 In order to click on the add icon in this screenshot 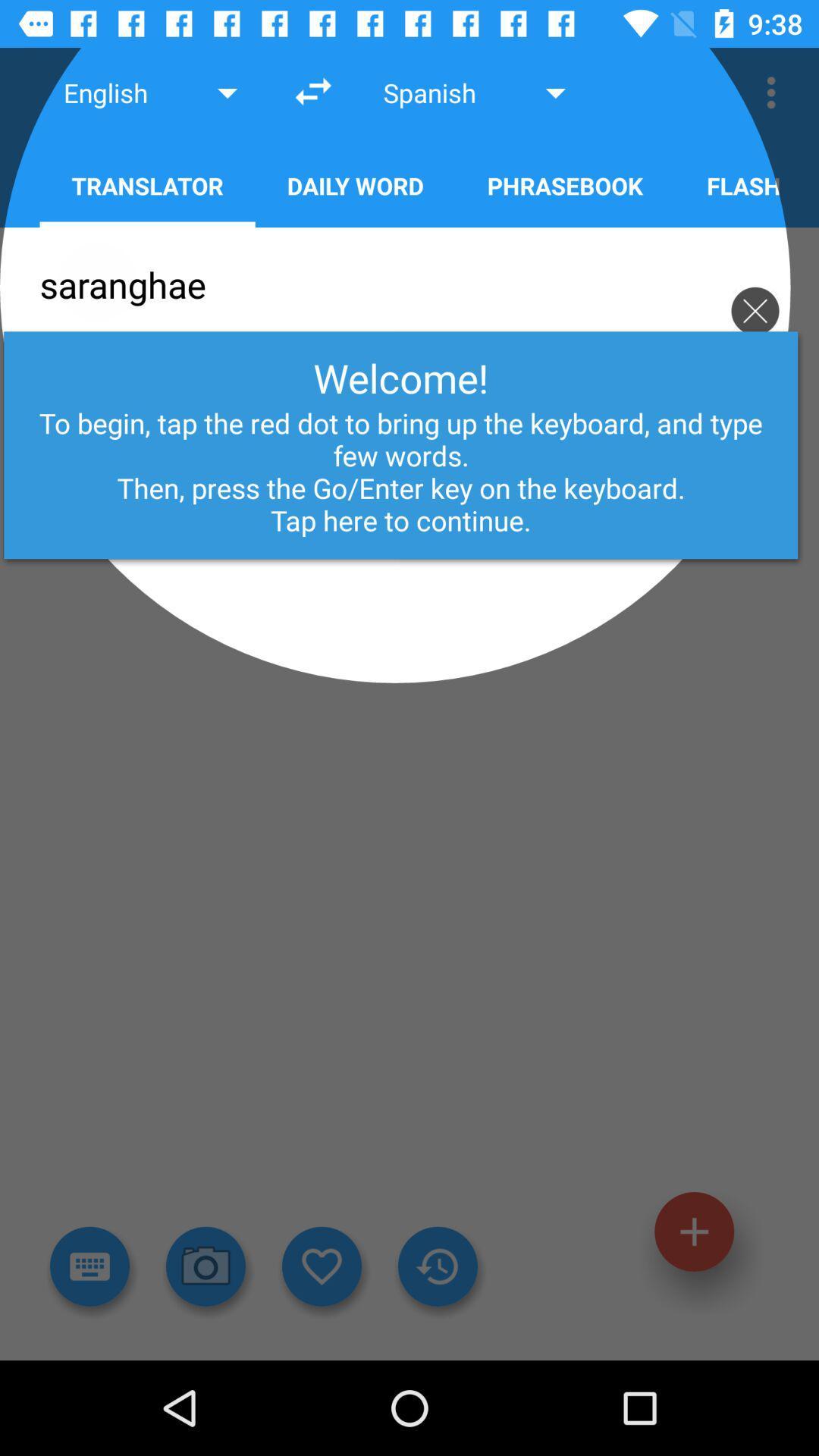, I will do `click(694, 1232)`.